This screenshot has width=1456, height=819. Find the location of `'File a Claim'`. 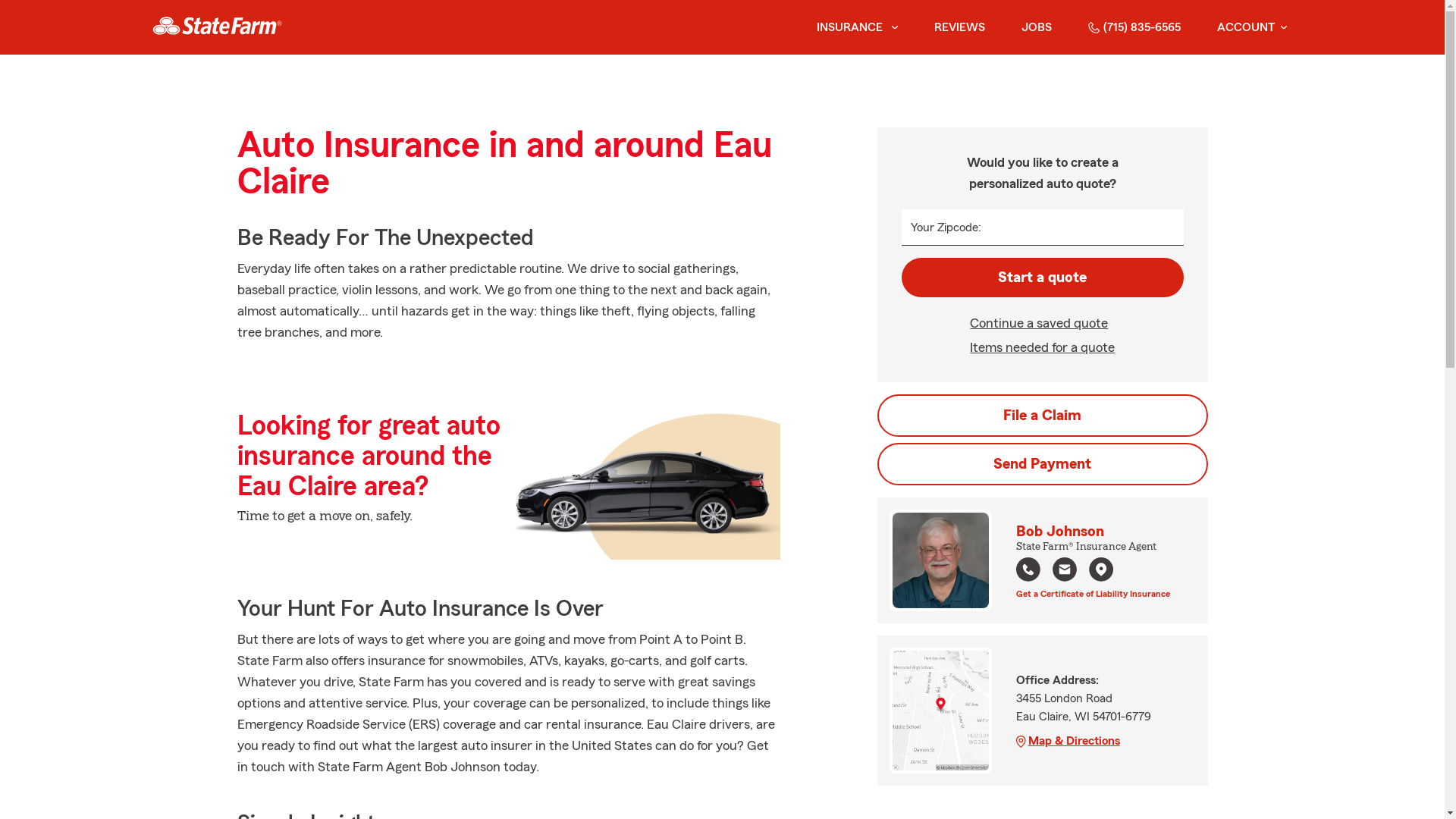

'File a Claim' is located at coordinates (1041, 415).